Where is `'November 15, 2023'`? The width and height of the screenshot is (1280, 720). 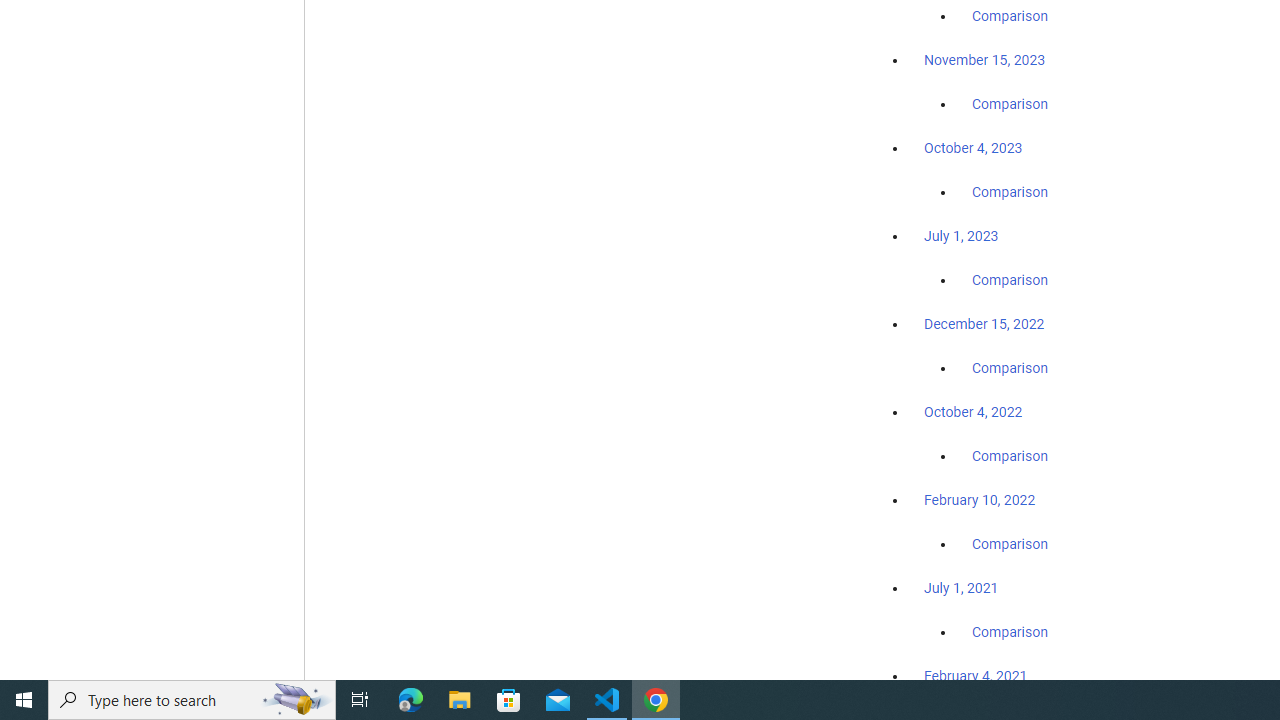 'November 15, 2023' is located at coordinates (984, 59).